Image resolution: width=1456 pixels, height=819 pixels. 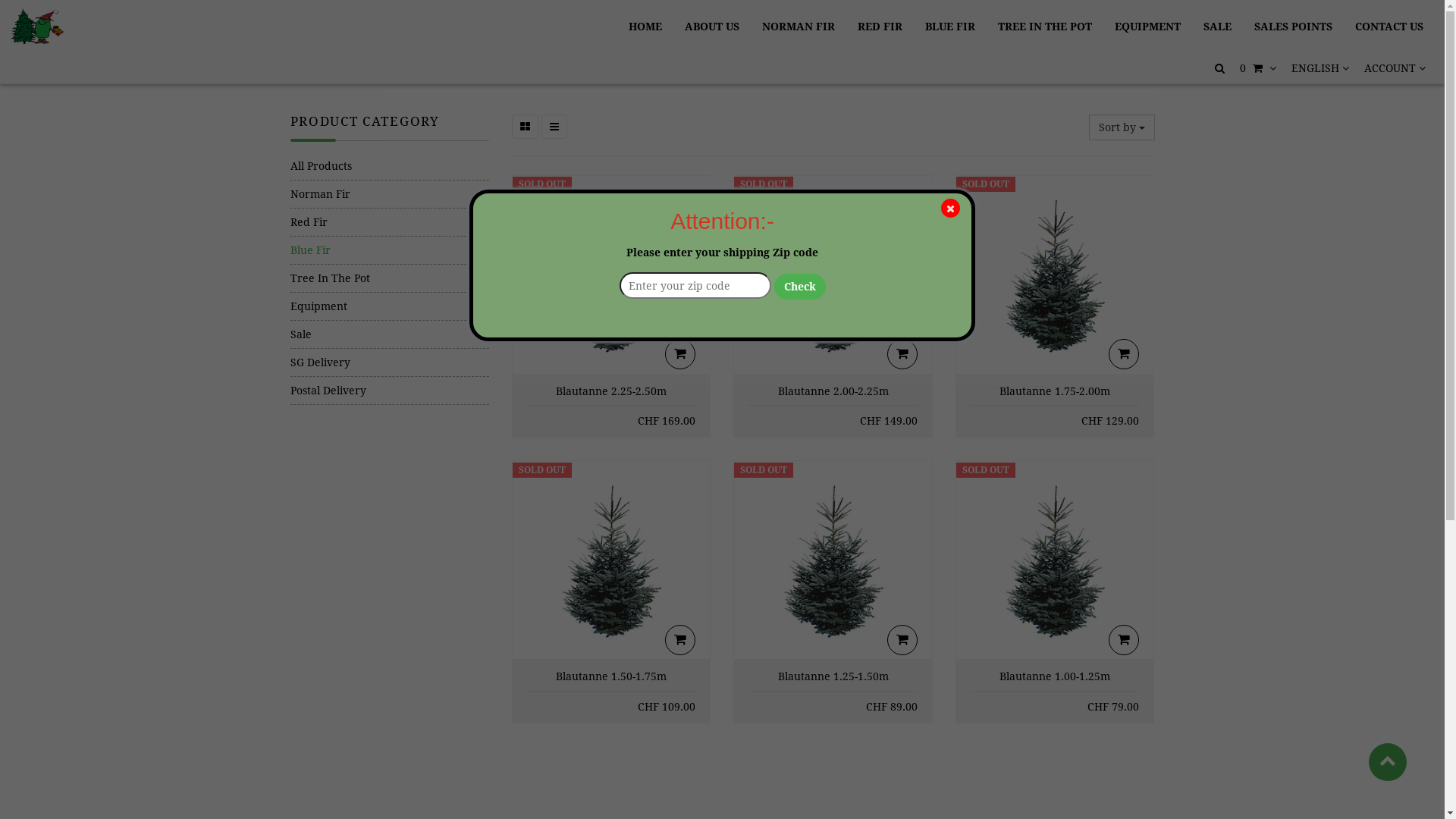 What do you see at coordinates (1147, 26) in the screenshot?
I see `'EQUIPMENT'` at bounding box center [1147, 26].